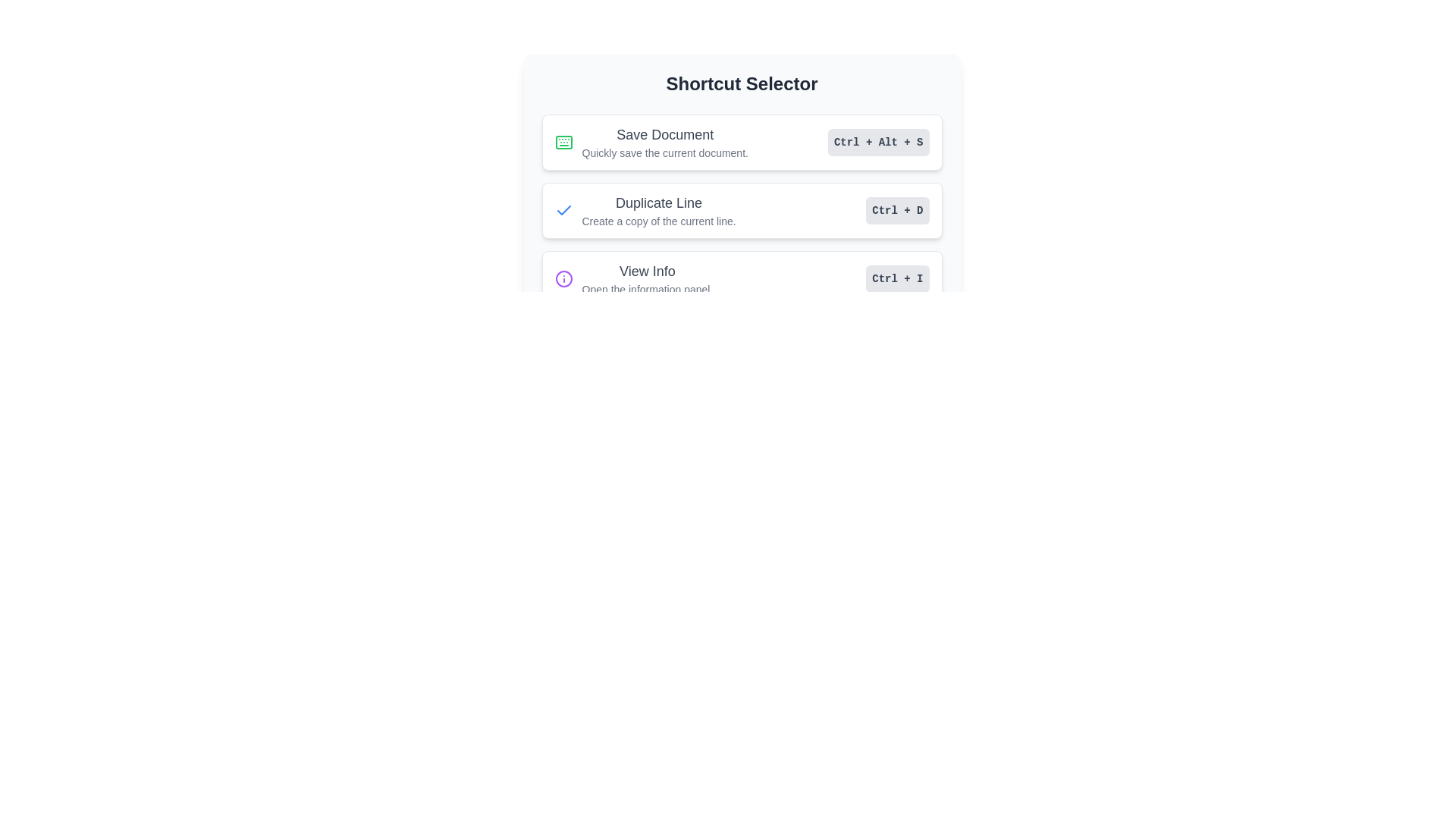 Image resolution: width=1456 pixels, height=819 pixels. Describe the element at coordinates (878, 143) in the screenshot. I see `the static text label that displays the keyboard shortcut for 'Save Document', located to the right of the description 'Quickly save the current document'` at that location.